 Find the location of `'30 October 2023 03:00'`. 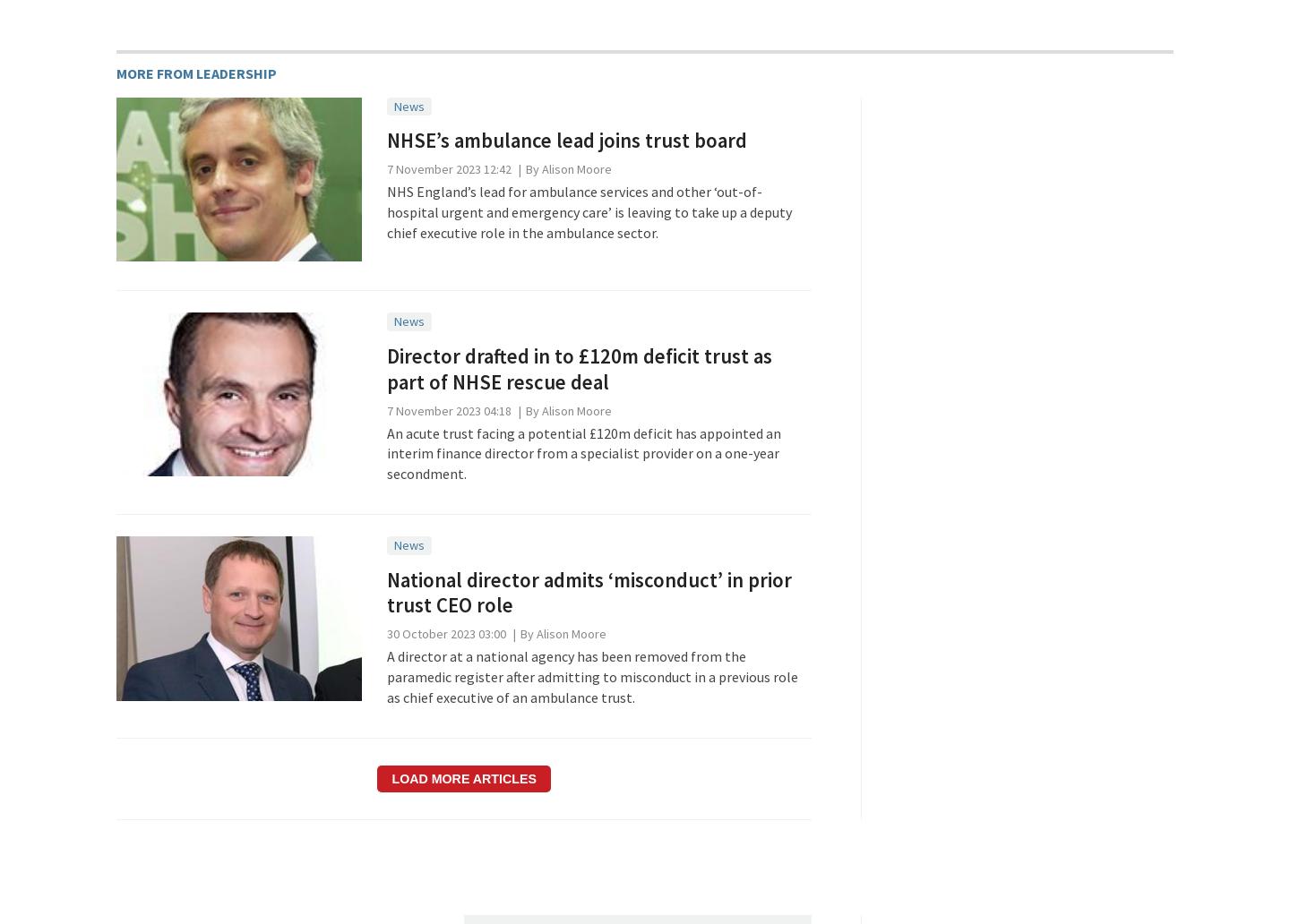

'30 October 2023 03:00' is located at coordinates (444, 632).